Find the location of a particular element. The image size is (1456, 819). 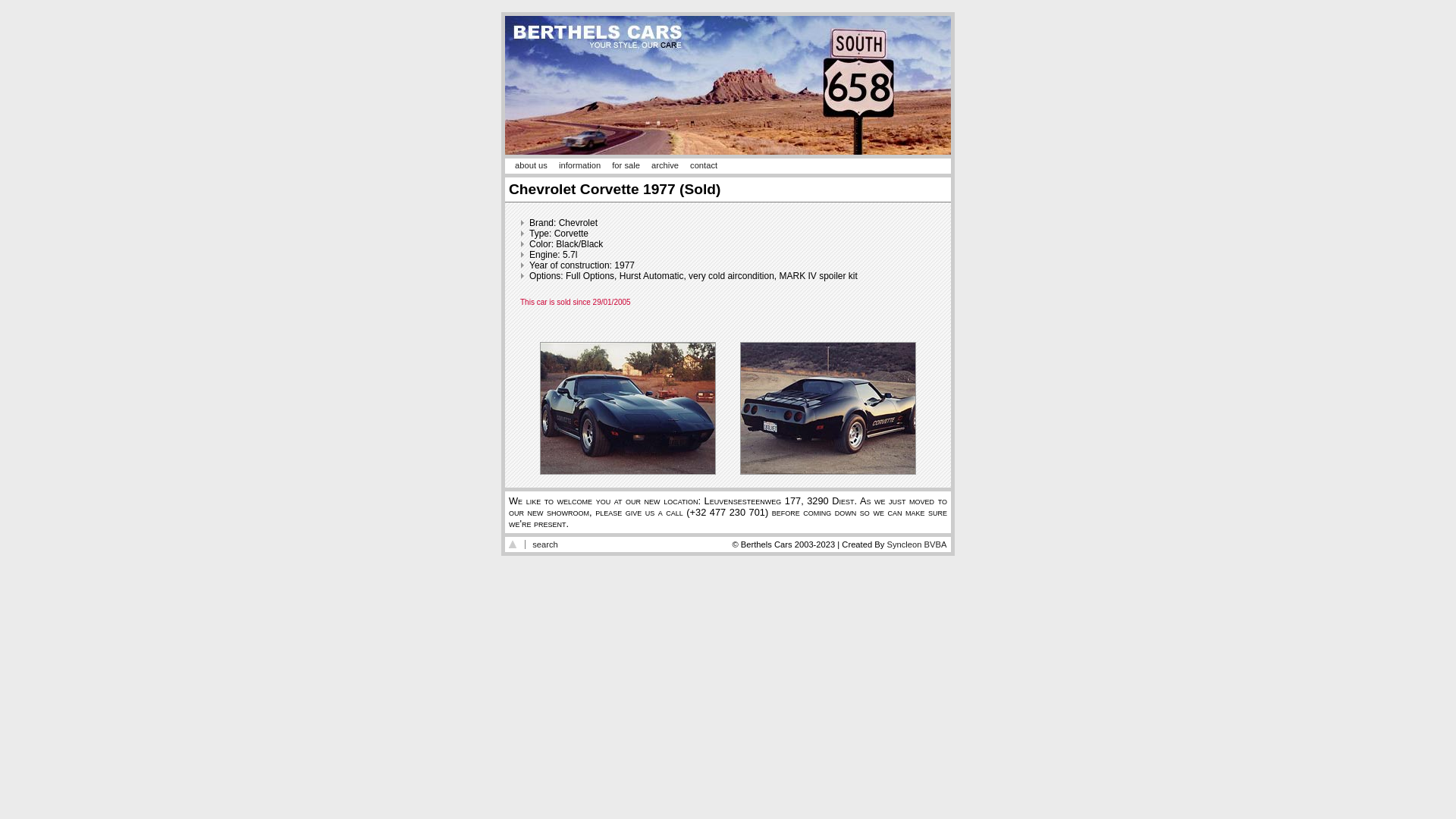

'archive' is located at coordinates (665, 165).